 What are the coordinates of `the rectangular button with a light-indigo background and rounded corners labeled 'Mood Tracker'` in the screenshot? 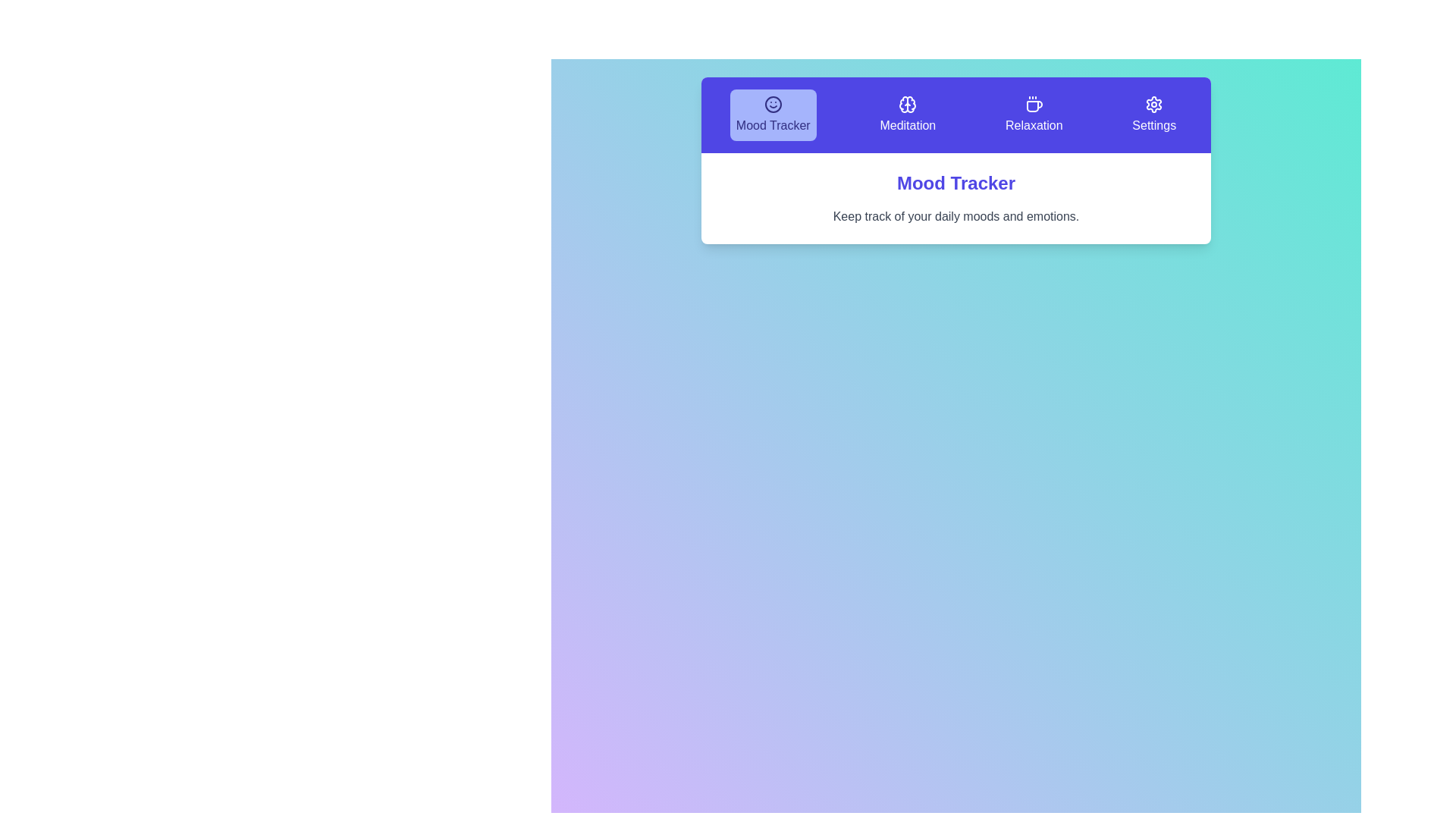 It's located at (773, 114).